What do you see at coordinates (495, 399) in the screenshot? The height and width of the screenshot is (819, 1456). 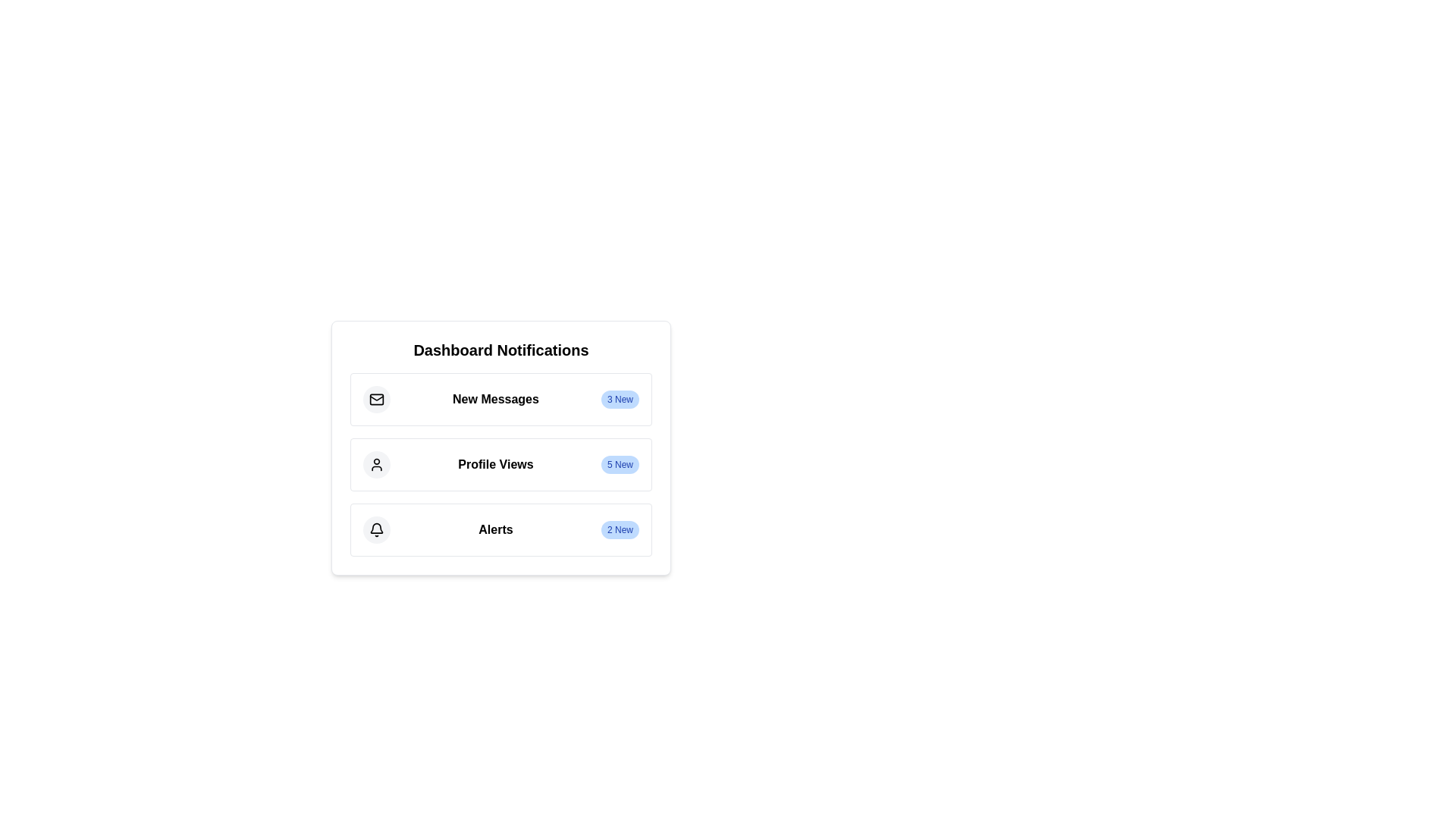 I see `the notification label that indicates new messages, located between an envelope icon and a blue badge labeled '3 New'` at bounding box center [495, 399].